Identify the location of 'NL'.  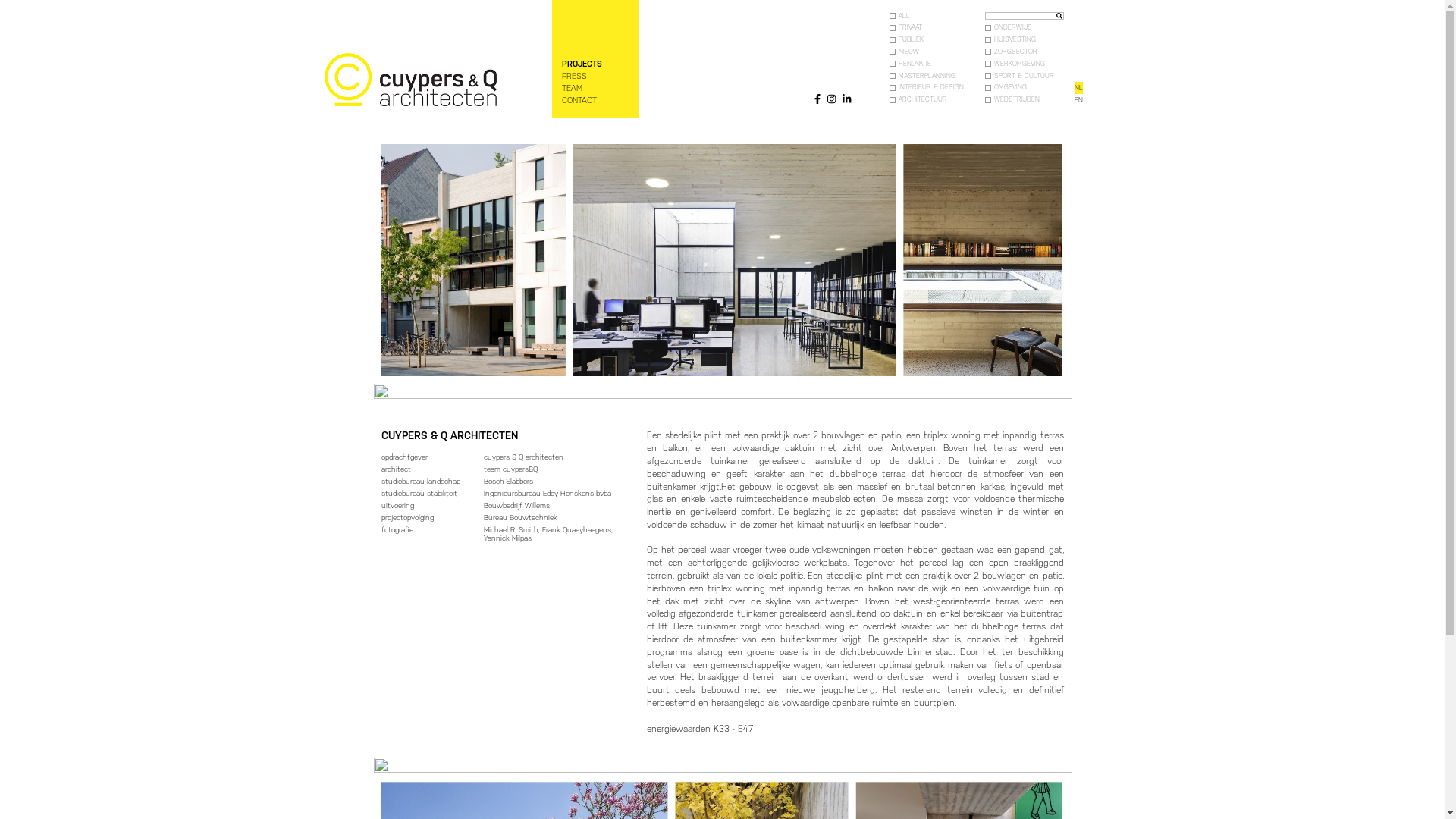
(1077, 87).